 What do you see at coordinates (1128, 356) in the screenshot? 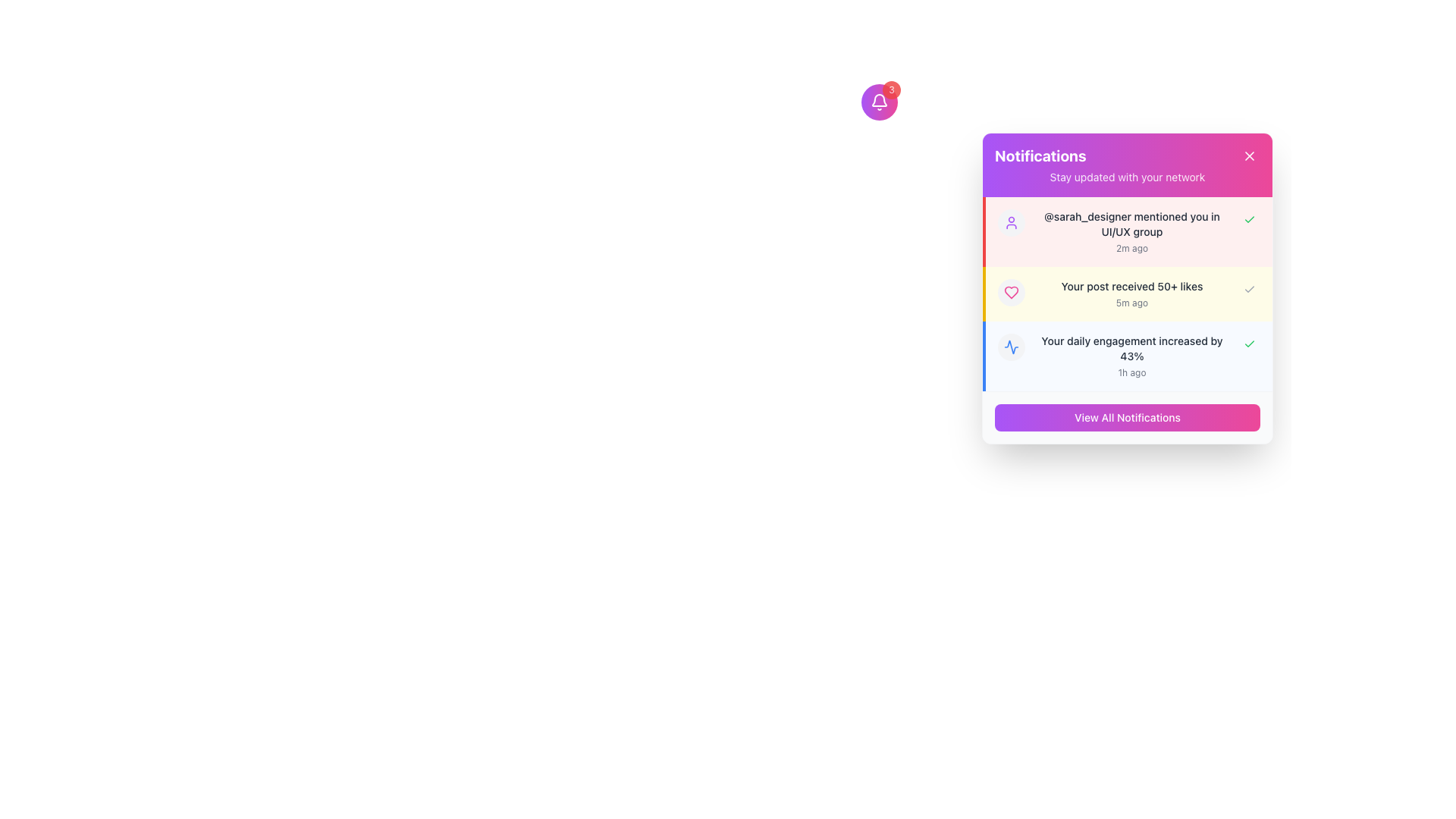
I see `the Notification card that indicates a 43% increase in daily engagement, positioned at the bottom of the notifications panel` at bounding box center [1128, 356].